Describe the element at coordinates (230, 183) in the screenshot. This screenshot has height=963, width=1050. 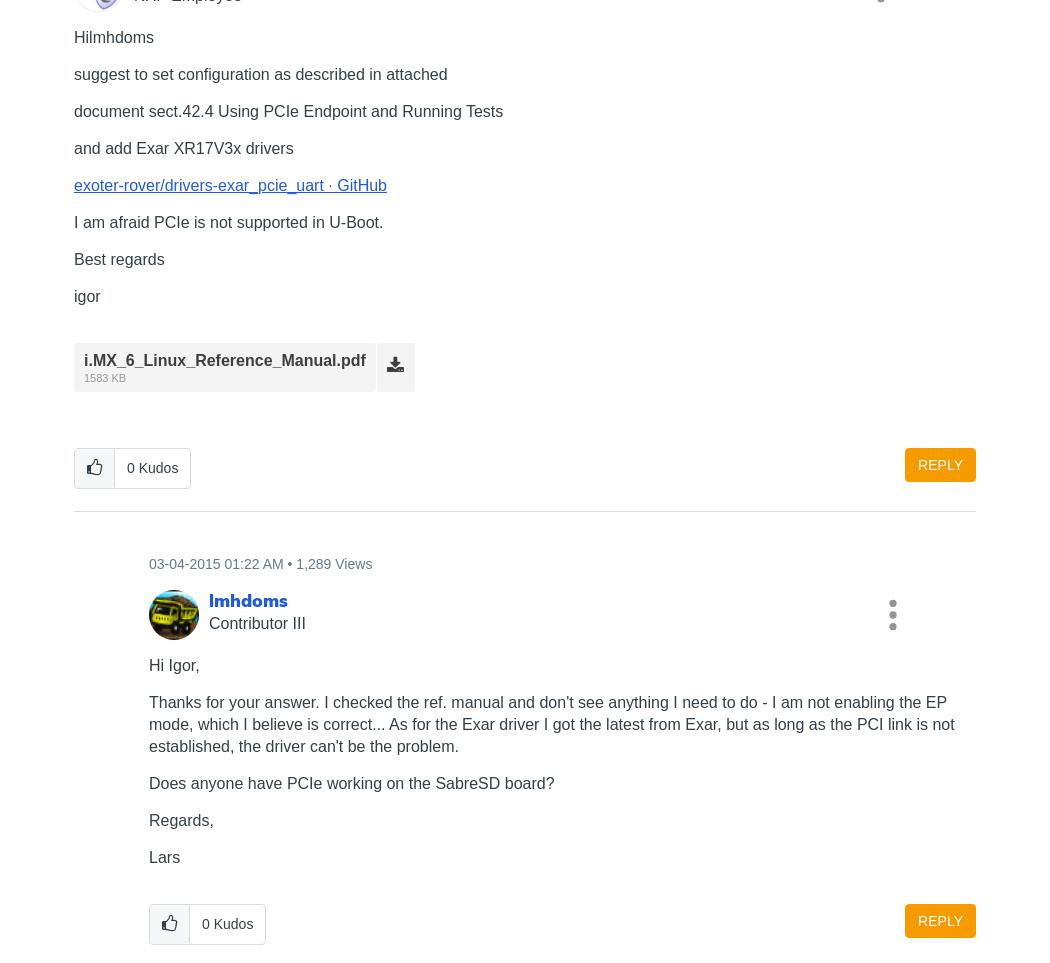
I see `'exoter-rover/drivers-exar_pcie_uart · GitHub'` at that location.